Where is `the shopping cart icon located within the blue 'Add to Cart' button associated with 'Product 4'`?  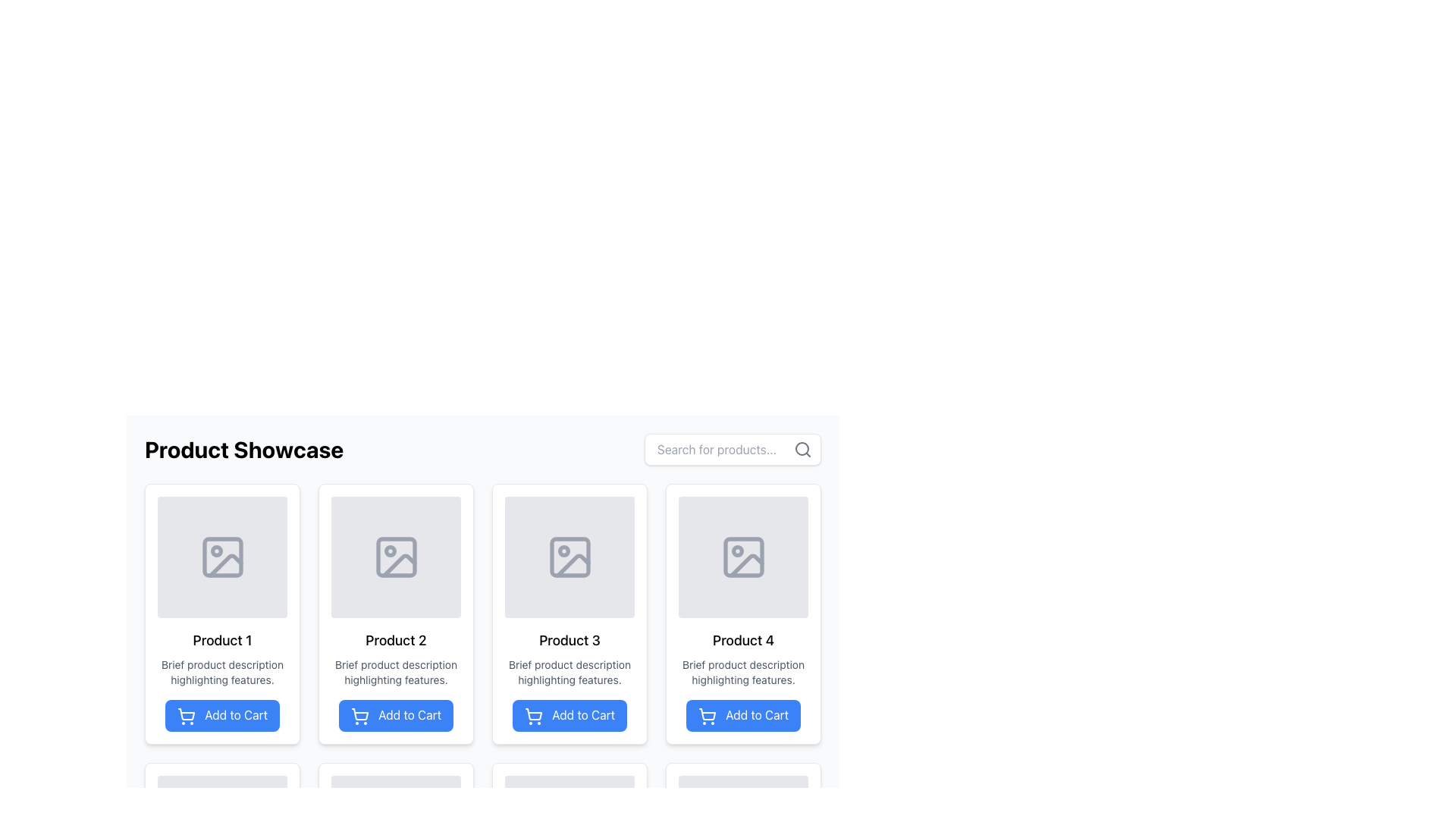
the shopping cart icon located within the blue 'Add to Cart' button associated with 'Product 4' is located at coordinates (706, 716).